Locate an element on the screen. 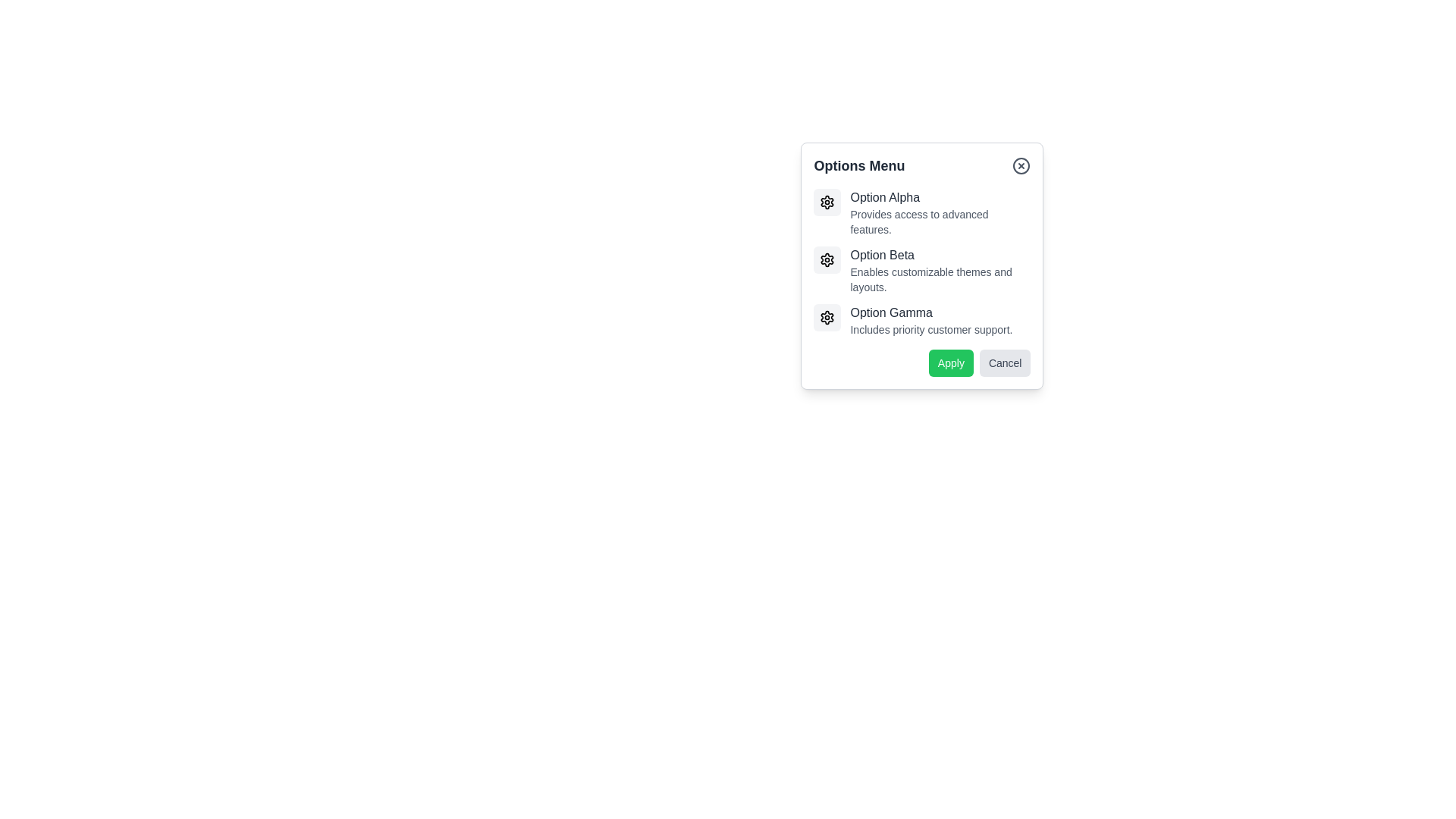  the gear-shaped icon associated with settings located below the header 'Option Alpha' in the menu dialog is located at coordinates (827, 201).